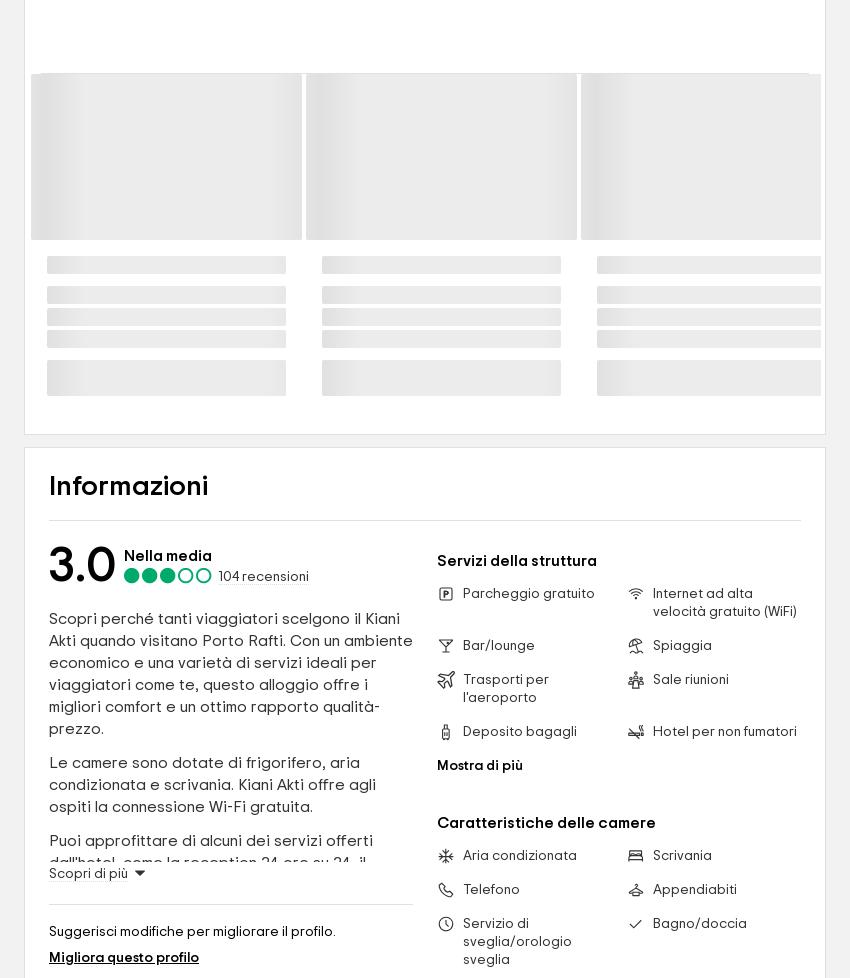 This screenshot has width=850, height=978. Describe the element at coordinates (211, 782) in the screenshot. I see `'Le camere sono dotate di frigorifero, aria condizionata e scrivania. Kiani Akti offre agli ospiti la connessione Wi-Fi gratuita.'` at that location.